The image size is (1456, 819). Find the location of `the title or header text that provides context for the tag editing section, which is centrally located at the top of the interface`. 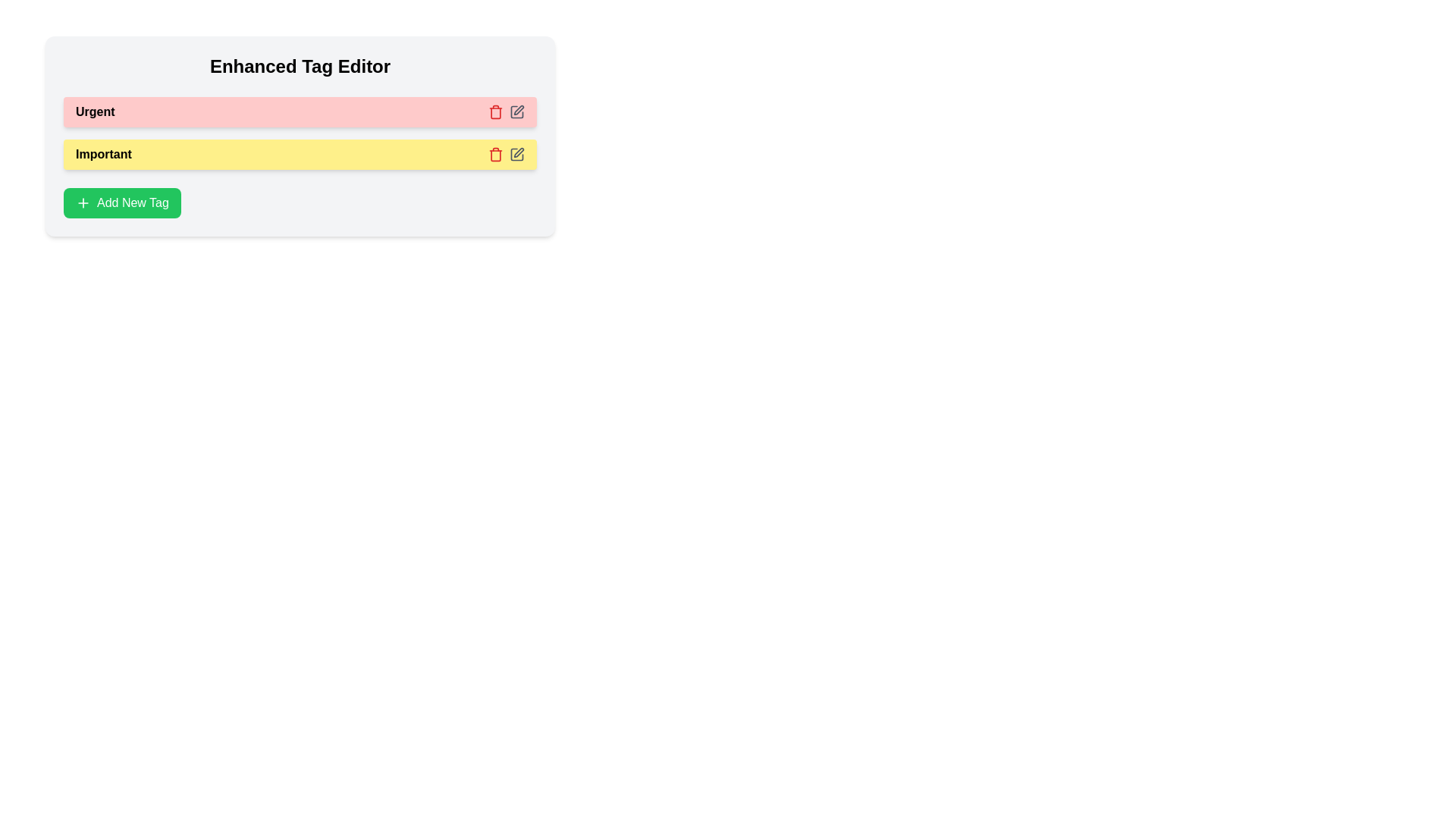

the title or header text that provides context for the tag editing section, which is centrally located at the top of the interface is located at coordinates (300, 66).